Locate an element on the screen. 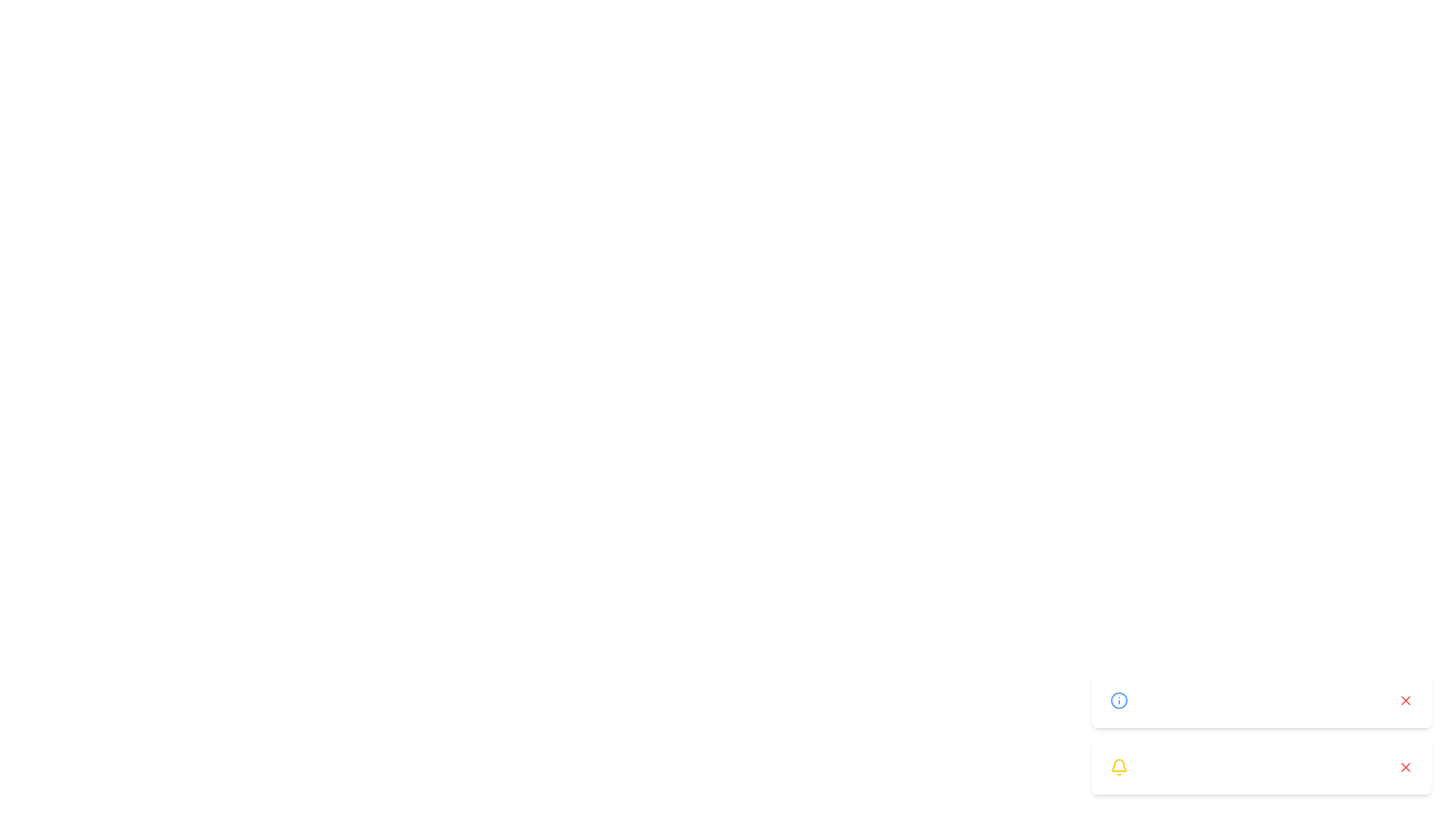 Image resolution: width=1456 pixels, height=819 pixels. close button on the notification with message 'Unusual login attempt detected.' is located at coordinates (1404, 767).